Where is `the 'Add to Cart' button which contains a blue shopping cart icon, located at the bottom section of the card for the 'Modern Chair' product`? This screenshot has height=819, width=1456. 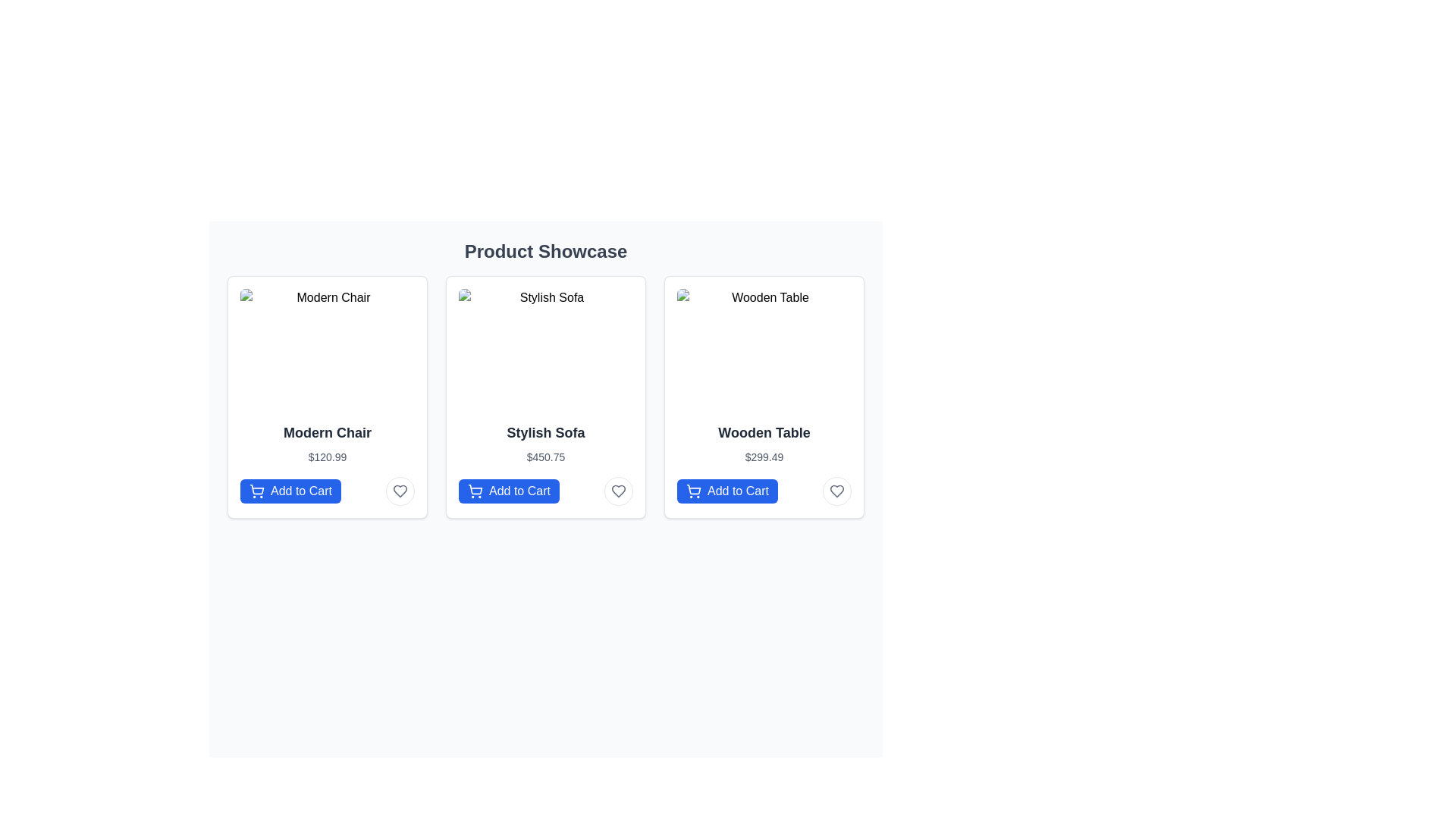 the 'Add to Cart' button which contains a blue shopping cart icon, located at the bottom section of the card for the 'Modern Chair' product is located at coordinates (257, 491).